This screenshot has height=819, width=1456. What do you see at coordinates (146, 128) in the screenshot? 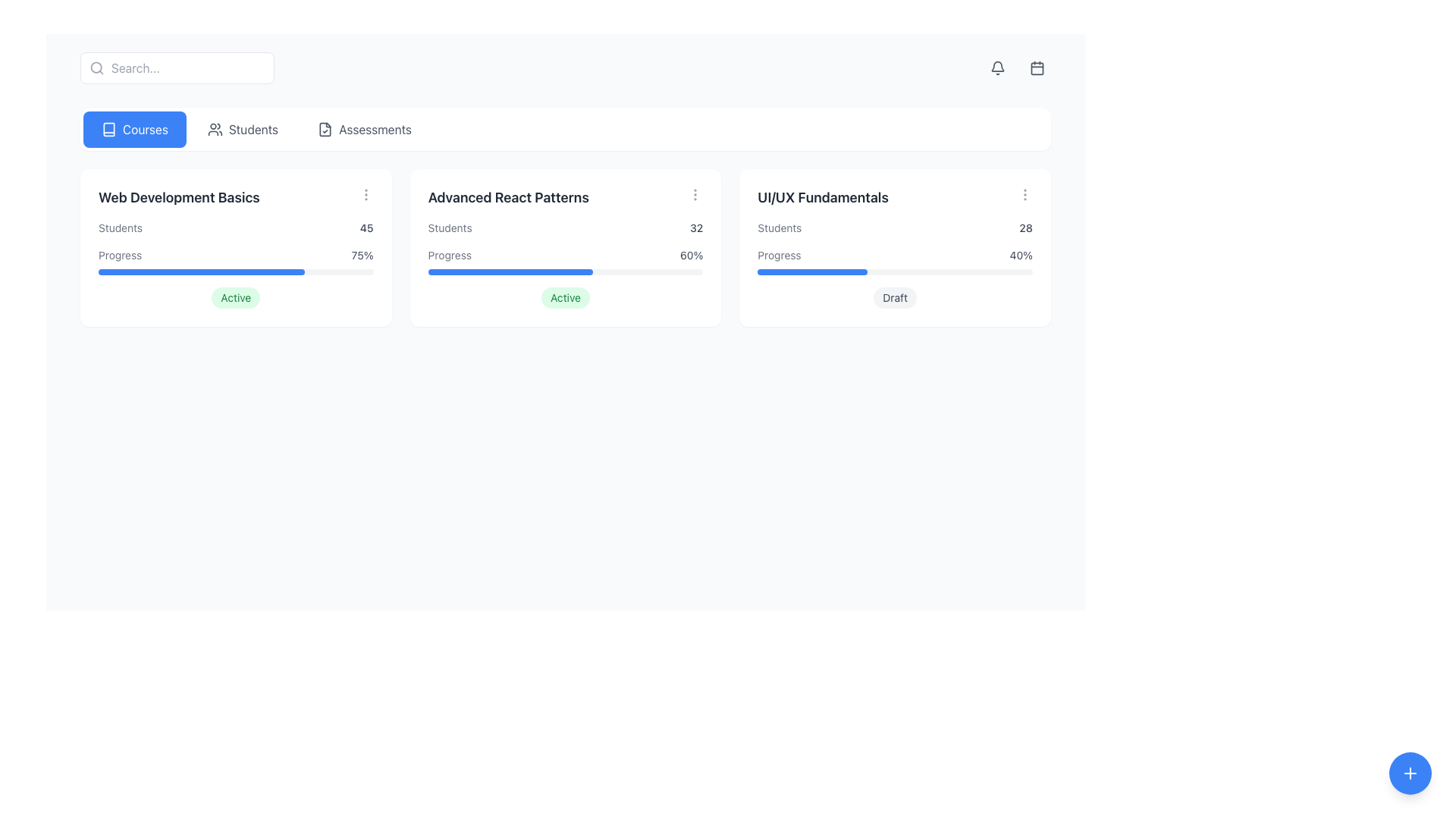
I see `the 'Courses' text label within the blue button in the navigation bar located at the top-left of the interface` at bounding box center [146, 128].